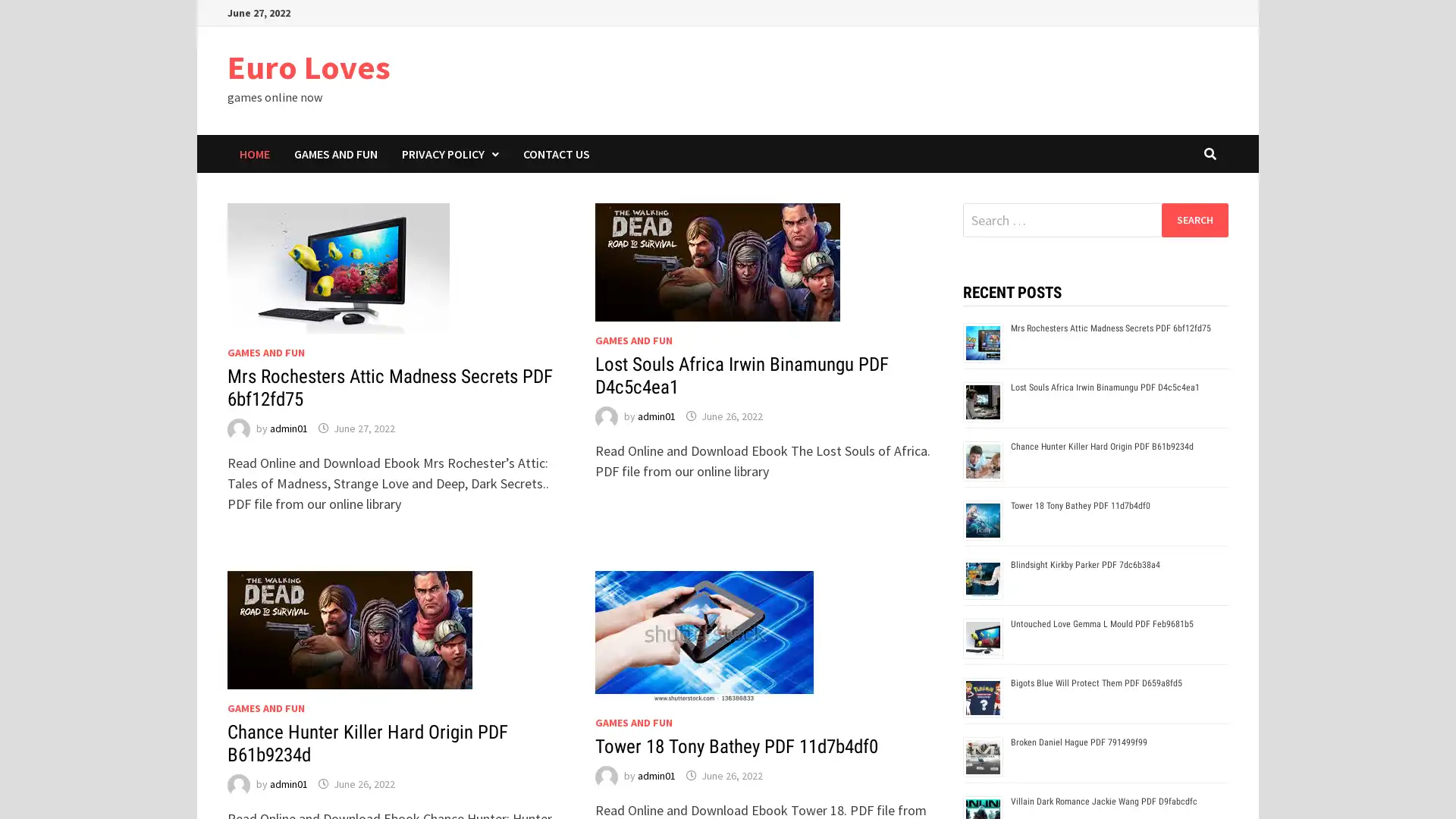 This screenshot has width=1456, height=819. I want to click on Search, so click(1194, 219).